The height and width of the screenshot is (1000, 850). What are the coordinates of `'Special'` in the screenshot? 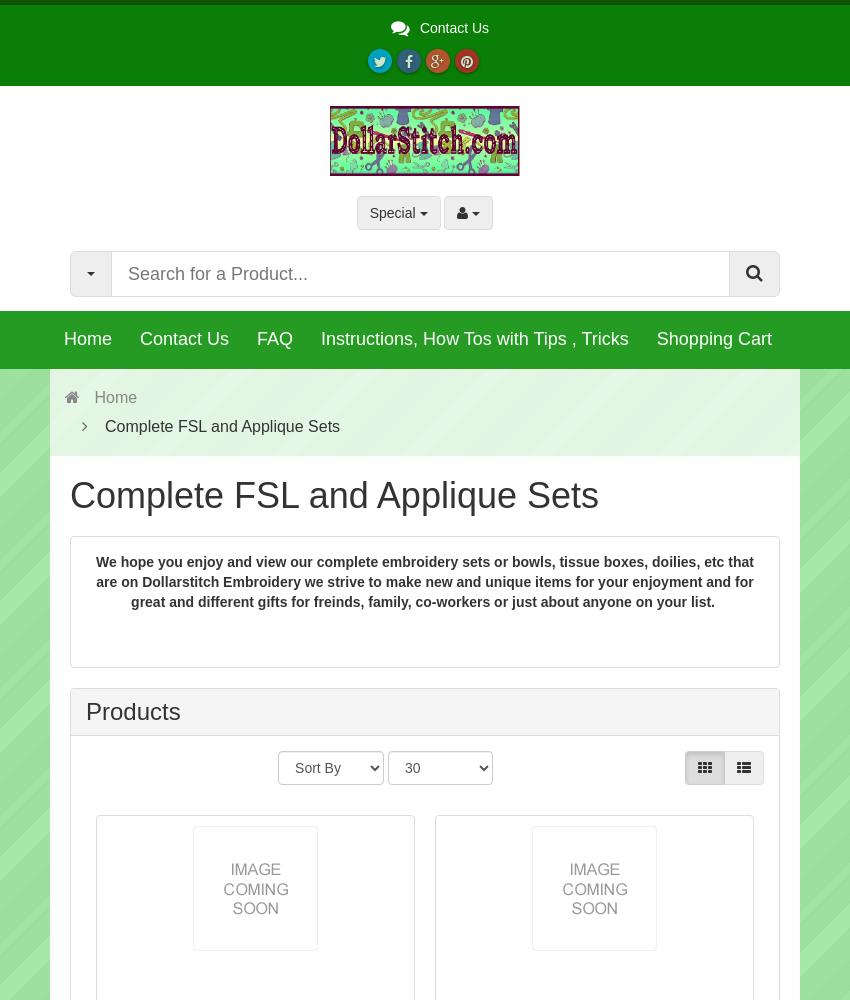 It's located at (393, 212).